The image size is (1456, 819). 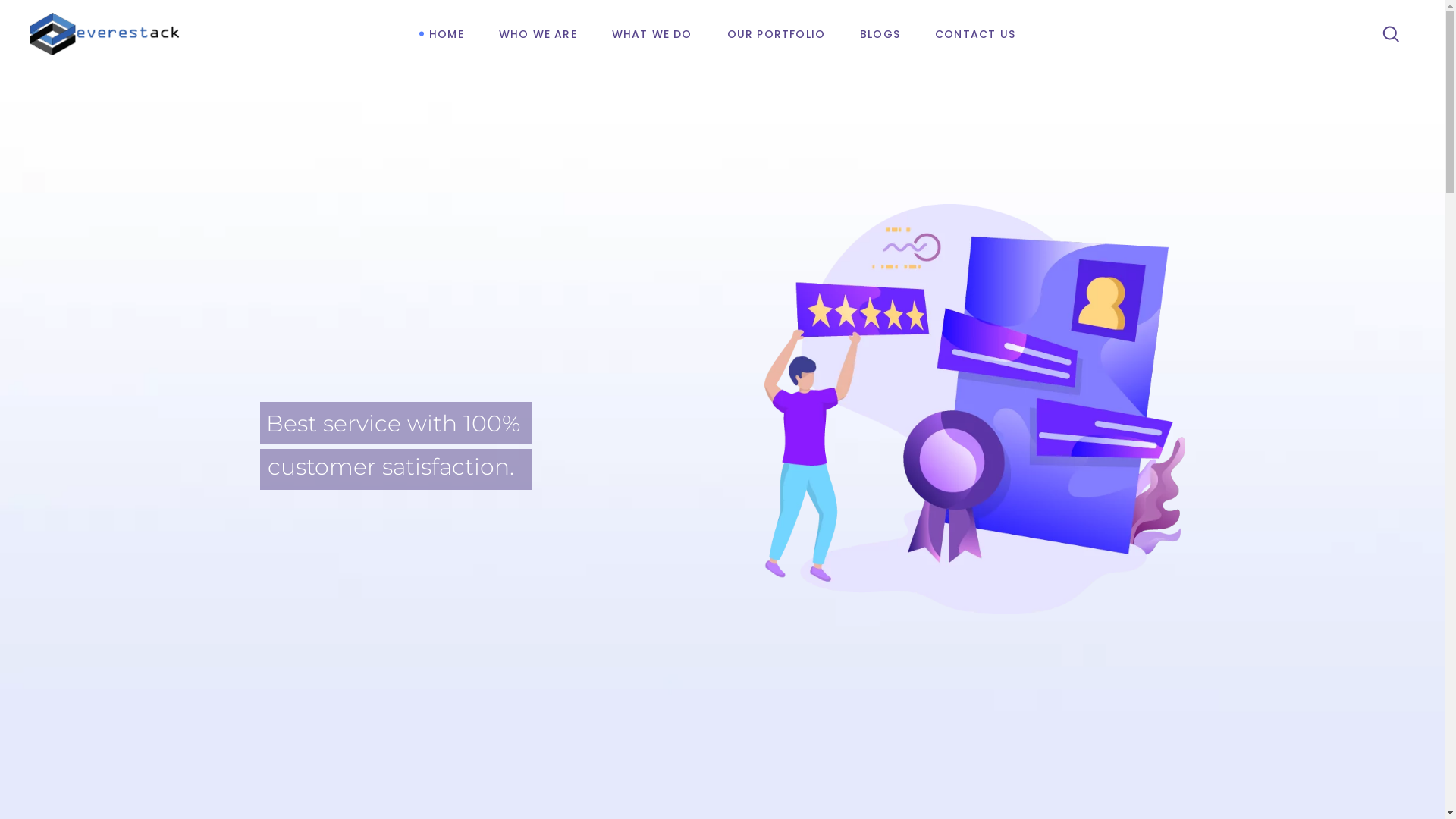 What do you see at coordinates (593, 34) in the screenshot?
I see `'WHAT WE DO'` at bounding box center [593, 34].